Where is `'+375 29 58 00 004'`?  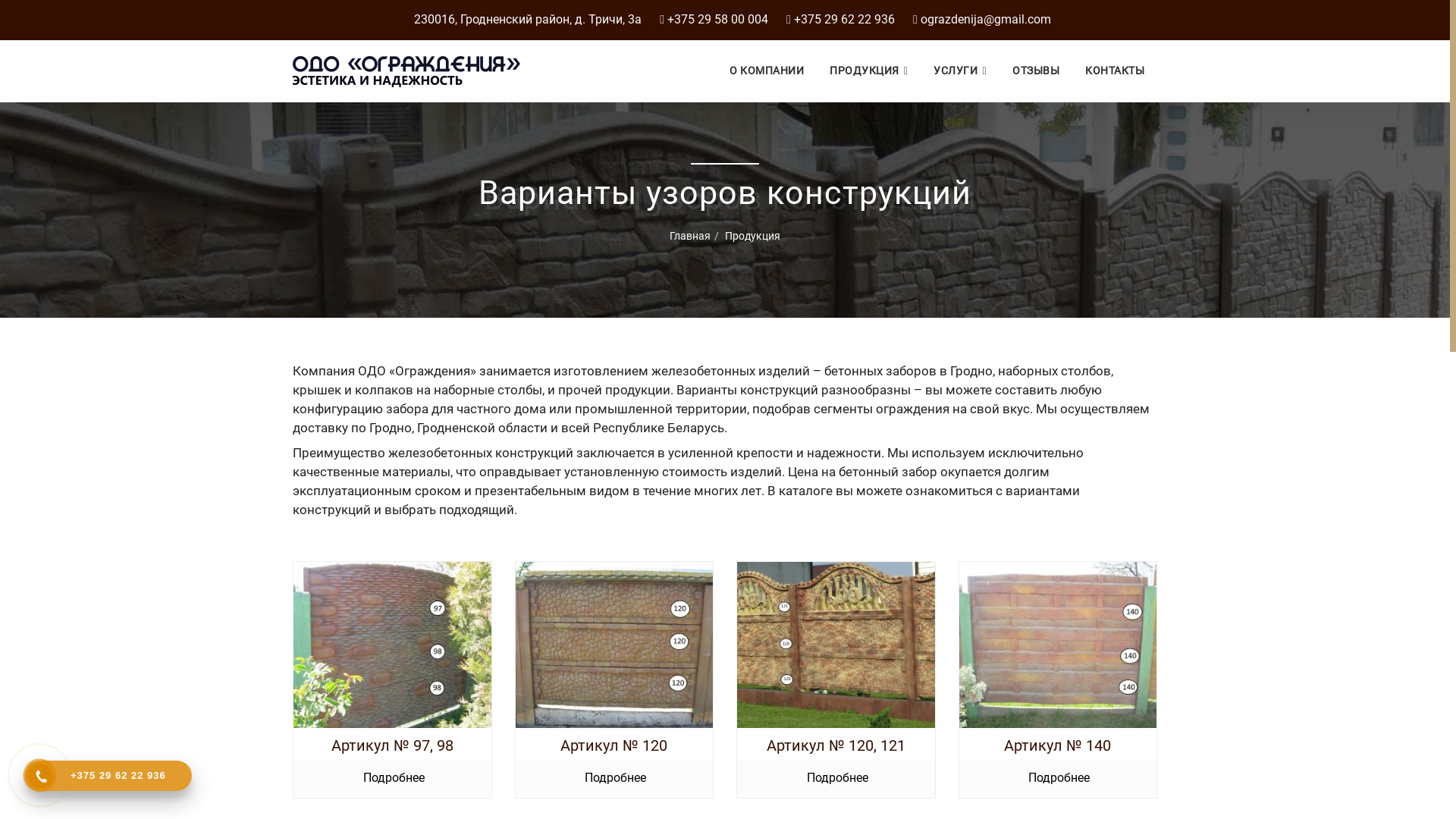 '+375 29 58 00 004' is located at coordinates (717, 19).